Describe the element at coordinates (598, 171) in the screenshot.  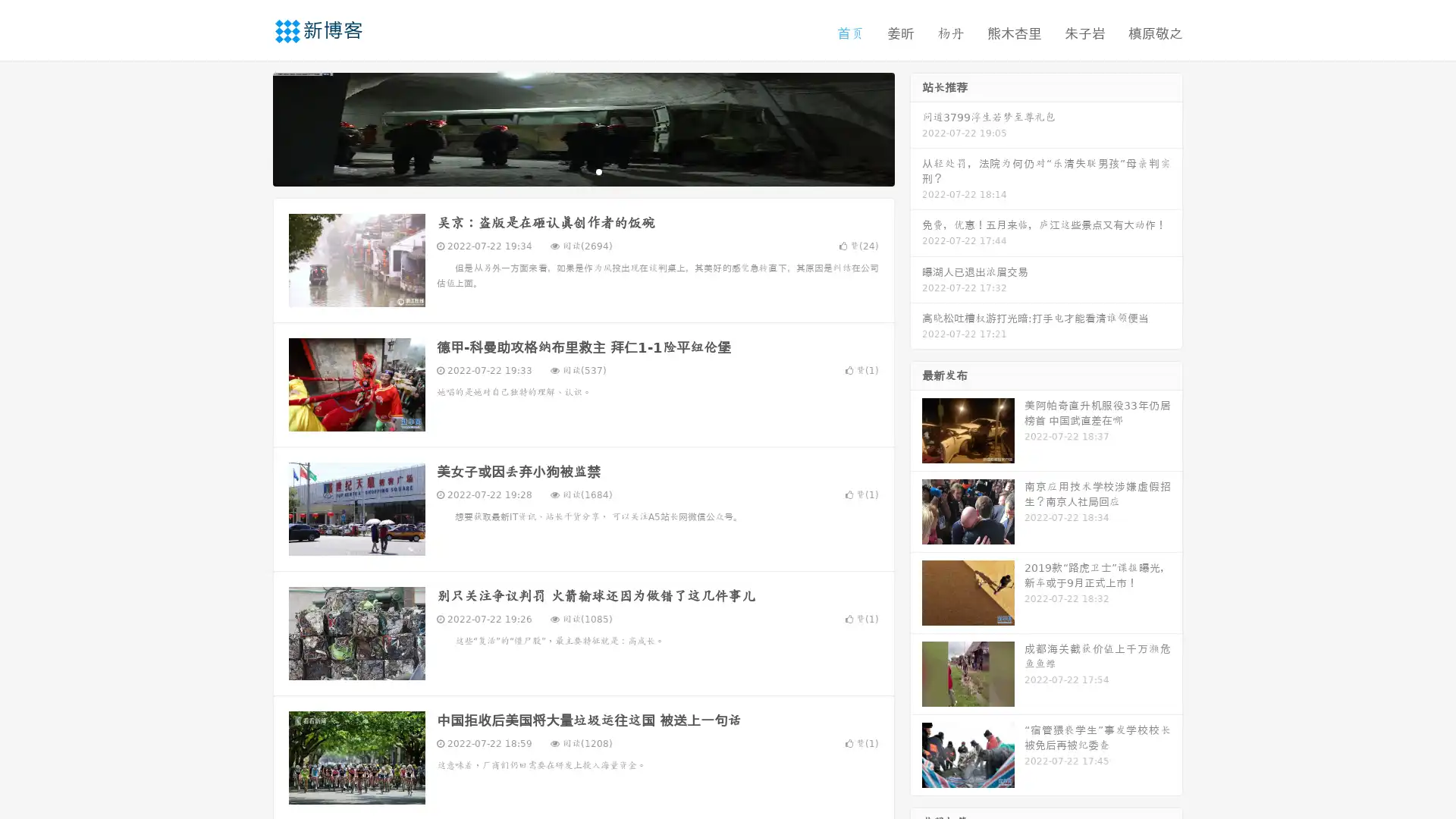
I see `Go to slide 3` at that location.